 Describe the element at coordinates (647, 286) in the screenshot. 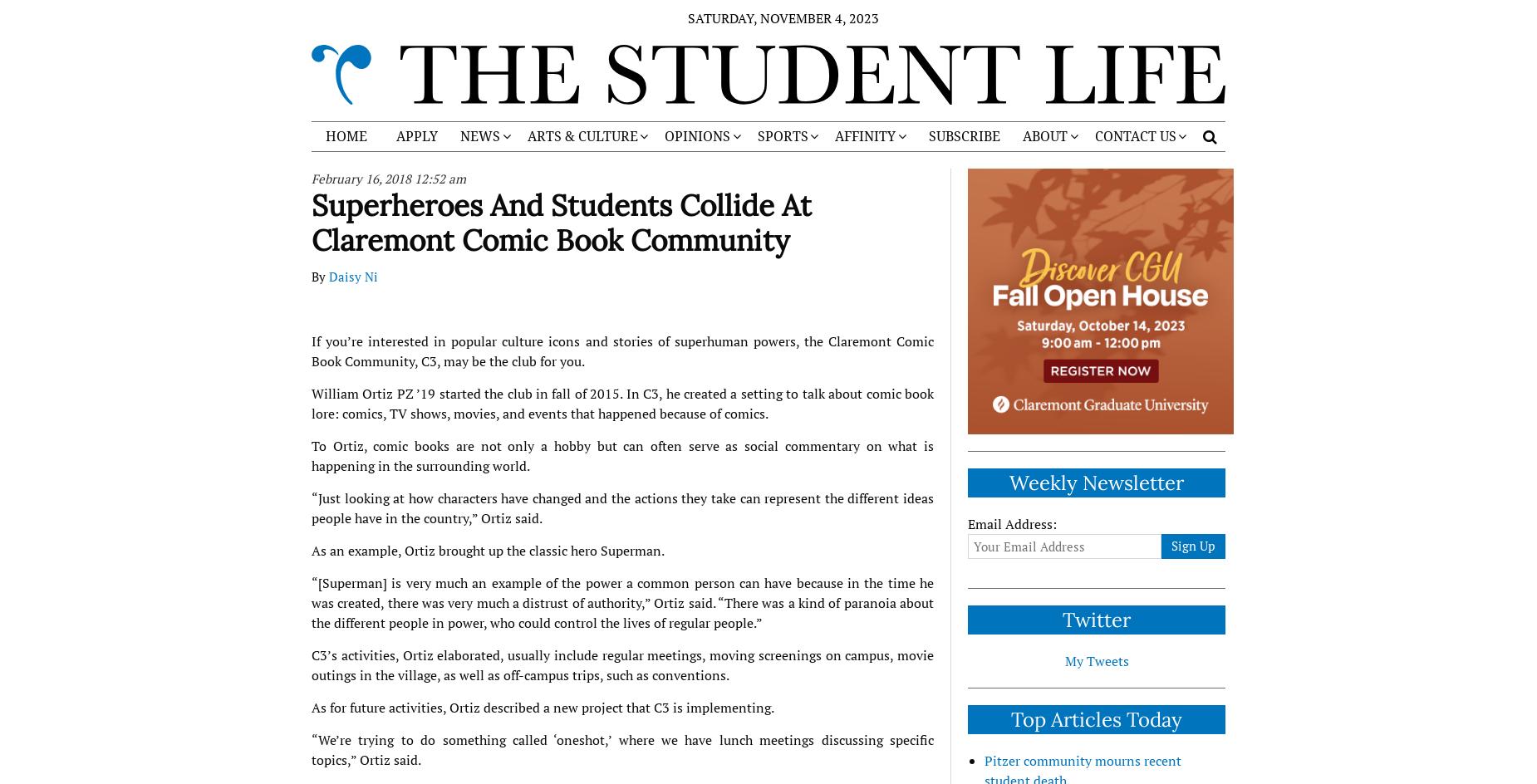

I see `'MUSIC'` at that location.